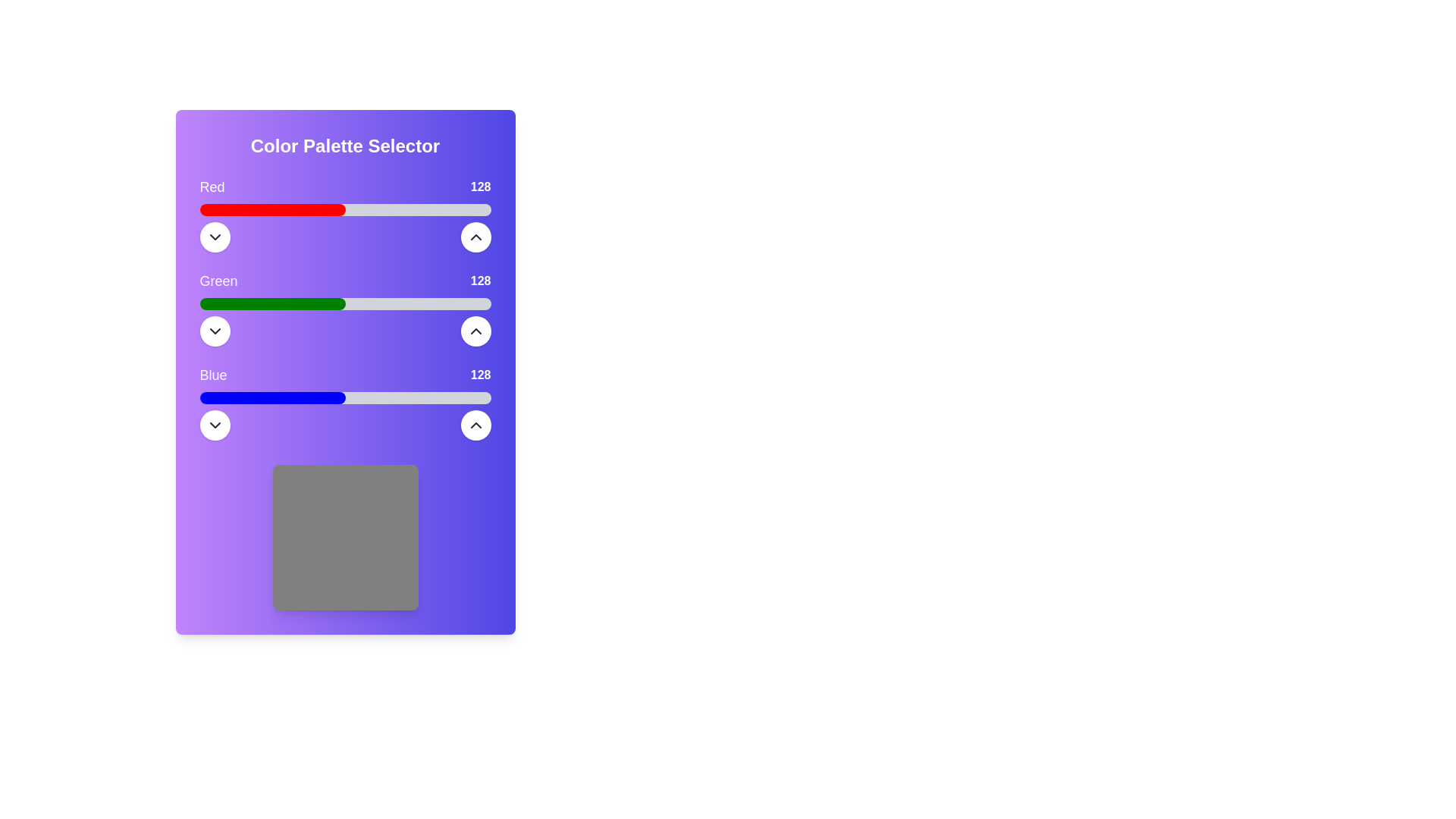 This screenshot has height=819, width=1456. I want to click on the green component of the color, so click(457, 304).